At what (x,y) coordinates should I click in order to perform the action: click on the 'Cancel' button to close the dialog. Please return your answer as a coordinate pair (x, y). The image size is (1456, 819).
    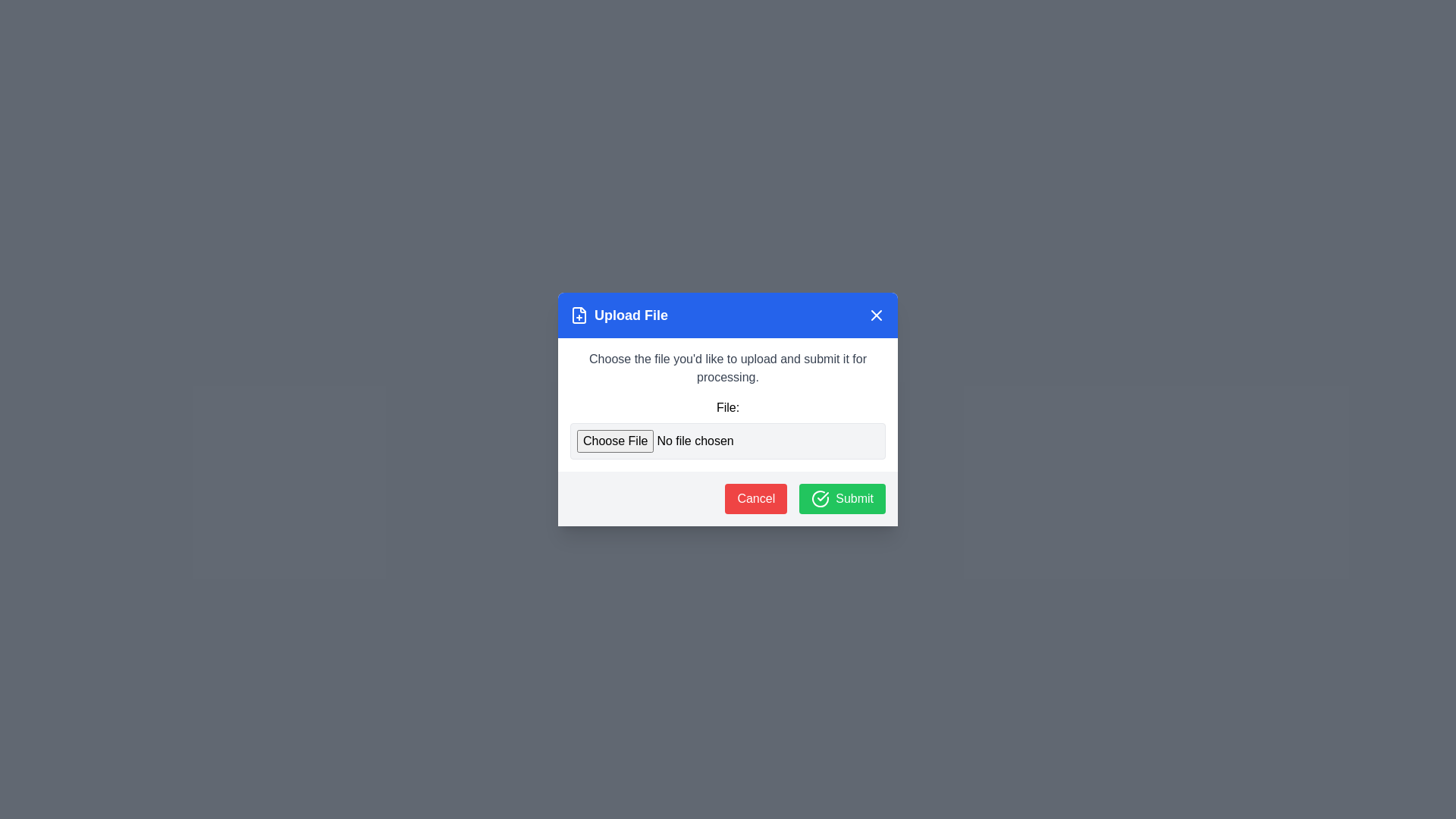
    Looking at the image, I should click on (756, 499).